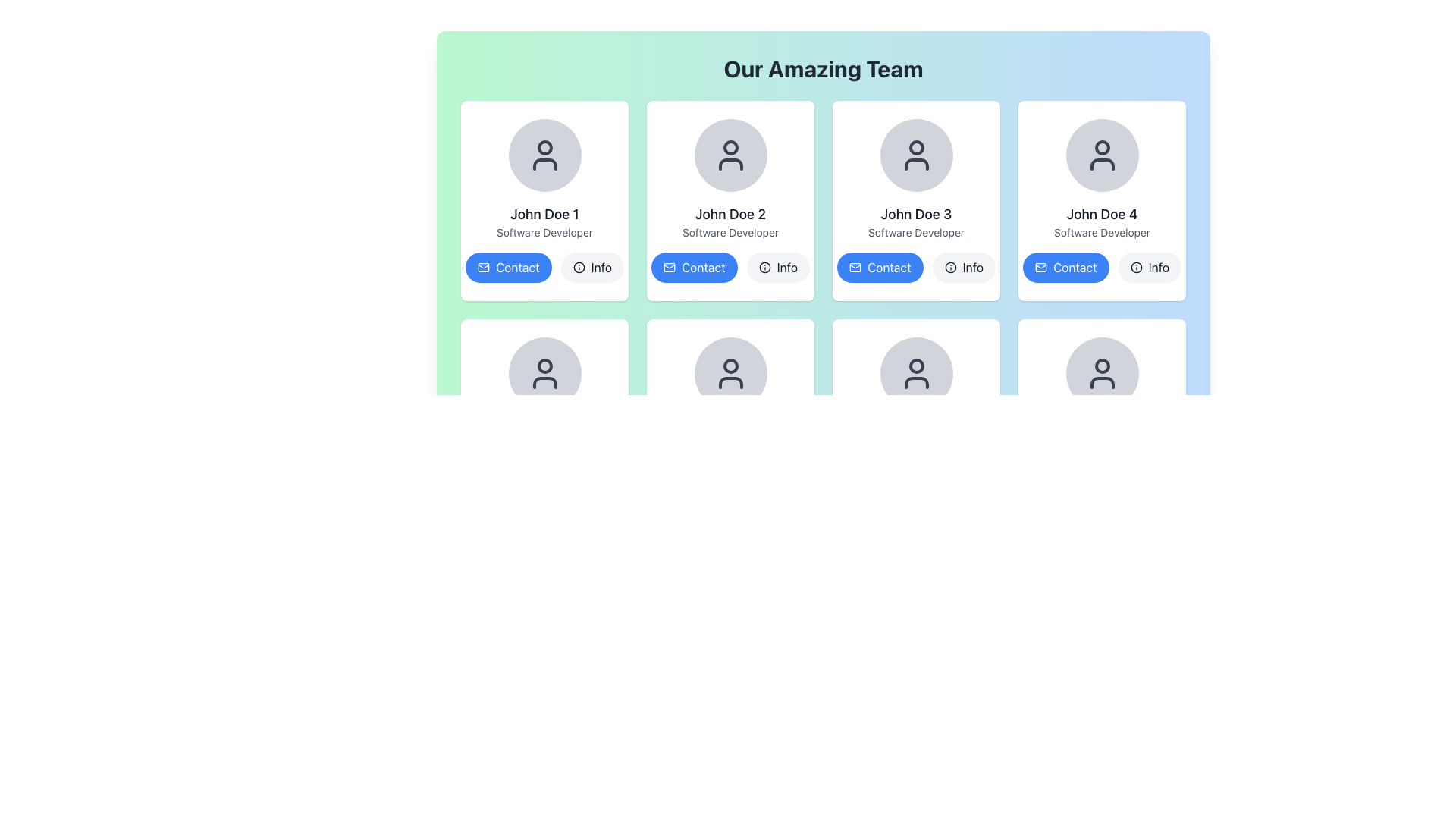 Image resolution: width=1456 pixels, height=819 pixels. I want to click on the curved line resembling a portion of the decorative user icon for 'John Doe 1' located in the top-left profile card under the 'Our Amazing Team' header, so click(544, 164).